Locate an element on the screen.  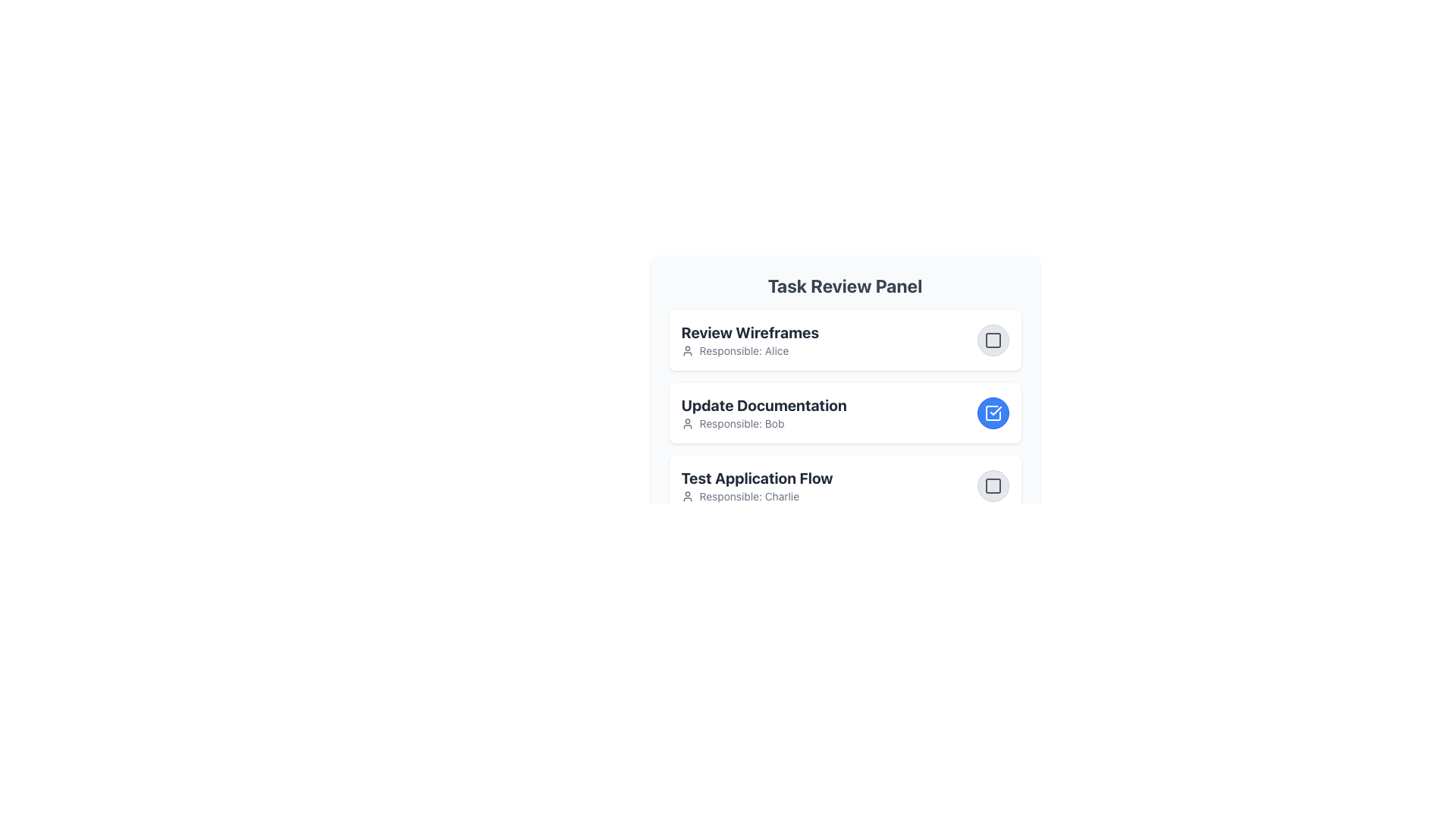
the title of the first task displayed in the task list panel, which is located above the subtitle 'Responsible: Alice' and aligned with the user profile icon is located at coordinates (750, 332).